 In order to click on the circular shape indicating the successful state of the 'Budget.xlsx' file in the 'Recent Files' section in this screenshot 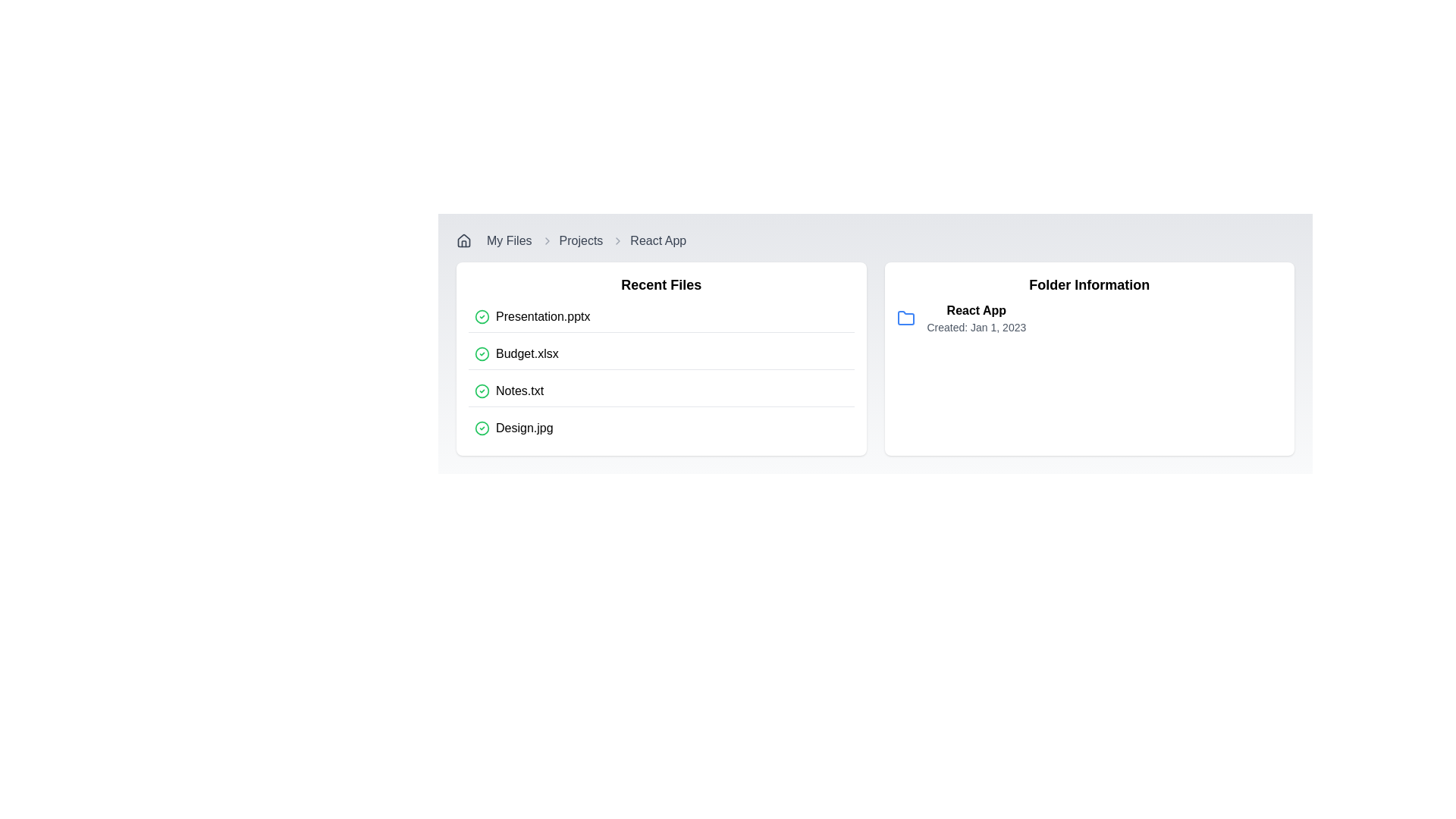, I will do `click(481, 353)`.